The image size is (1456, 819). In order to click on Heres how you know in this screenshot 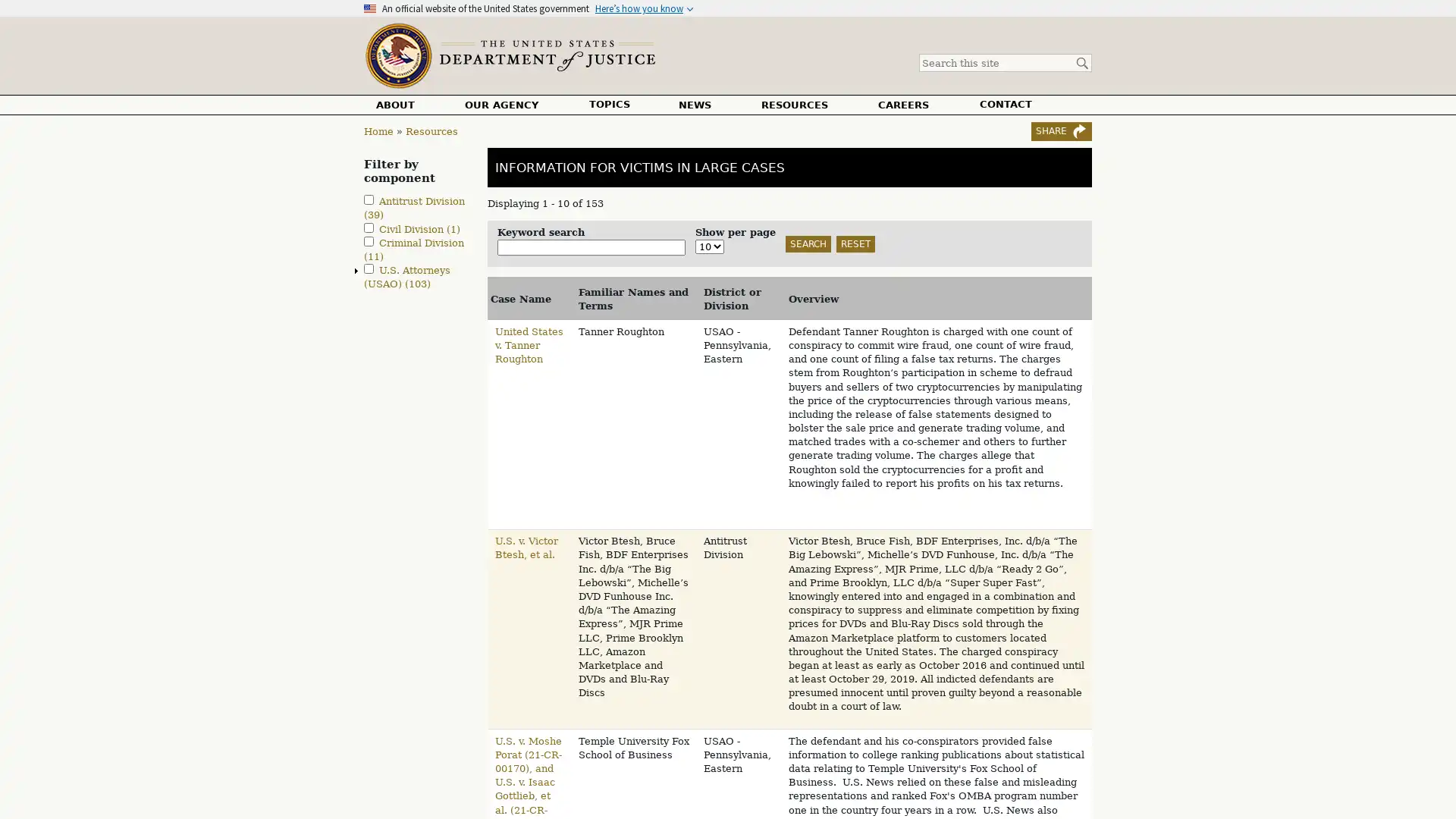, I will do `click(644, 8)`.